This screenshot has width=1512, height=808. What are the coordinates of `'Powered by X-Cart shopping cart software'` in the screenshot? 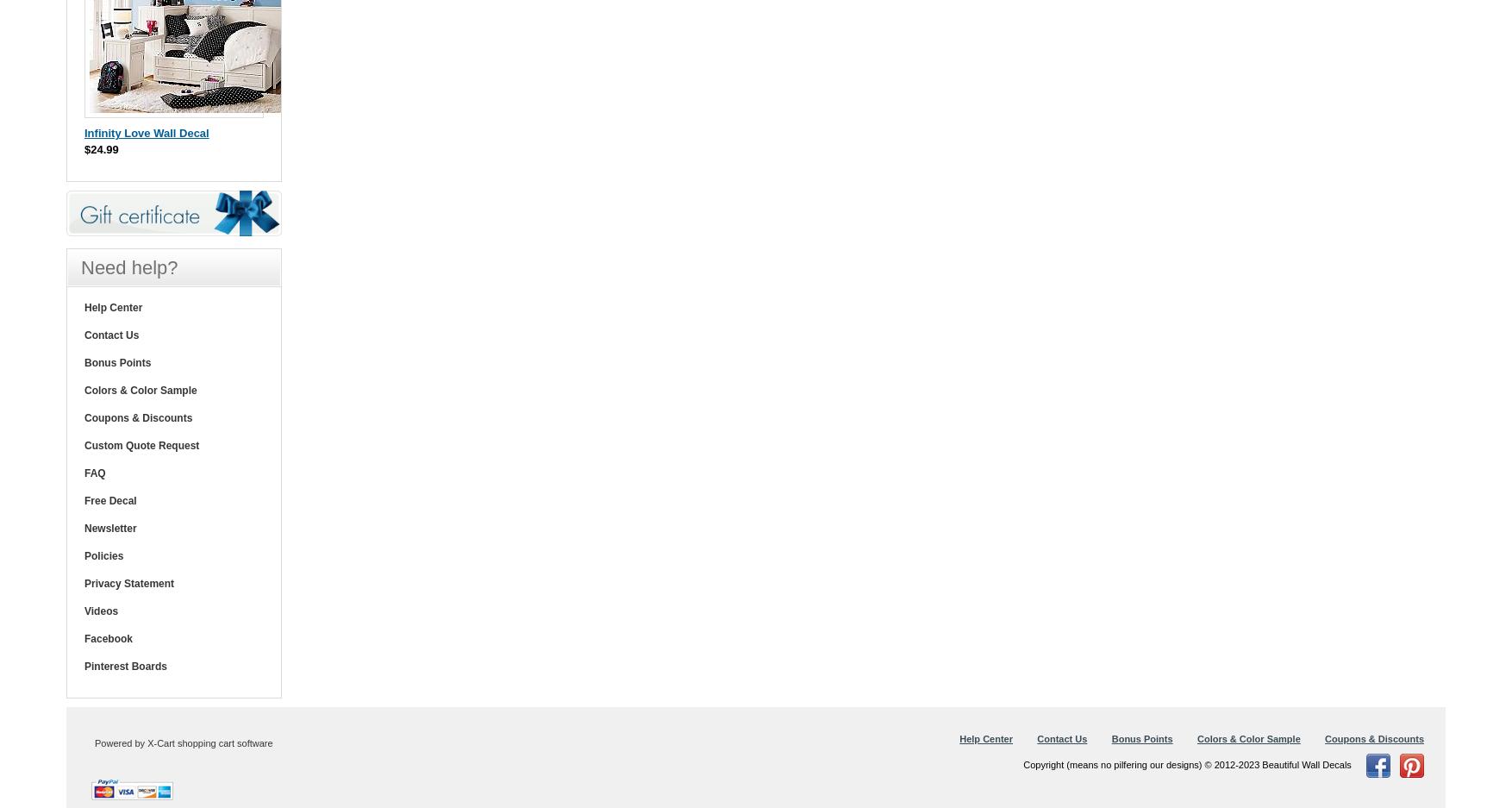 It's located at (183, 743).